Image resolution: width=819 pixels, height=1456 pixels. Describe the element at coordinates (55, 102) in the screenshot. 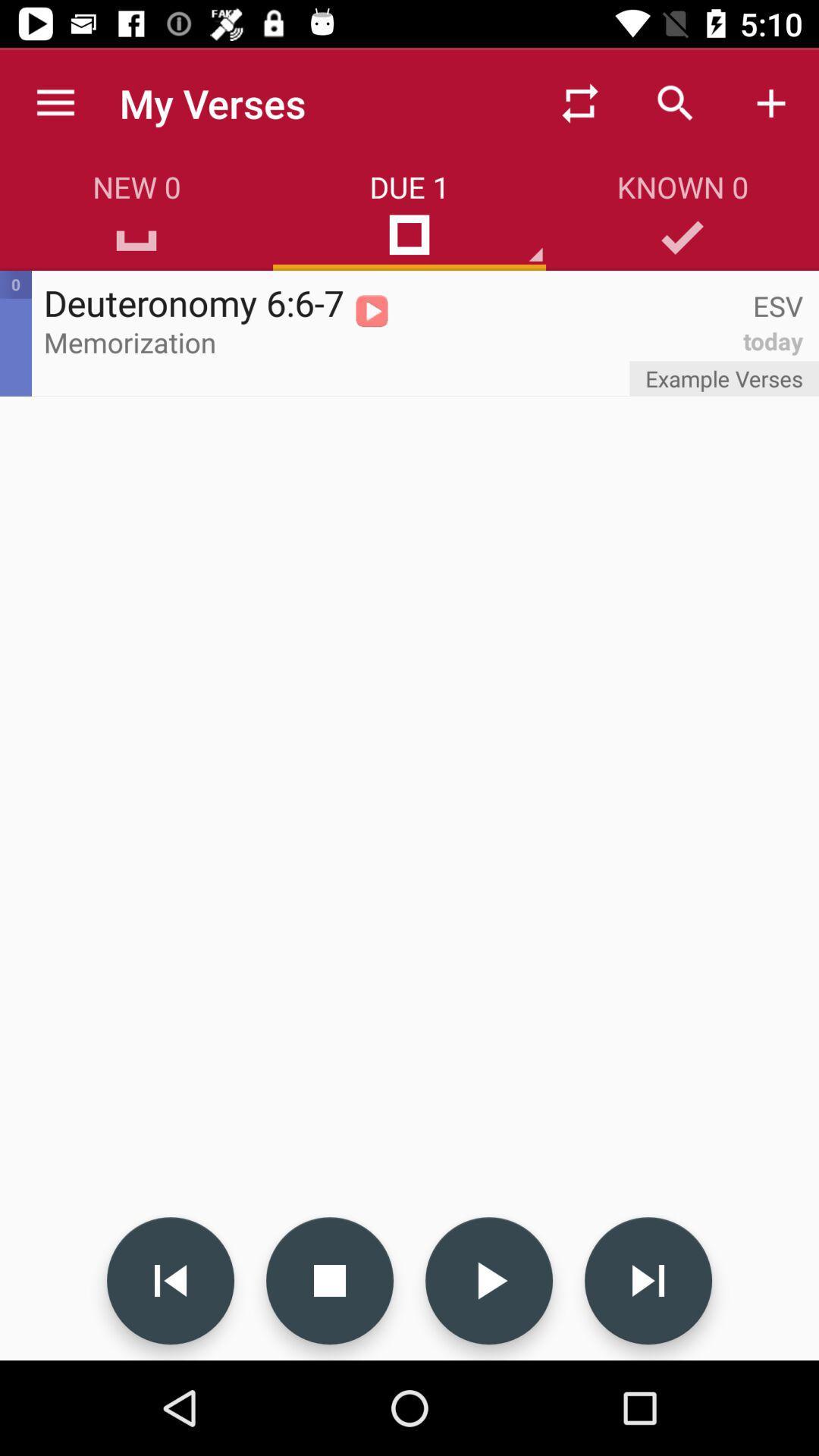

I see `app next to my verses app` at that location.